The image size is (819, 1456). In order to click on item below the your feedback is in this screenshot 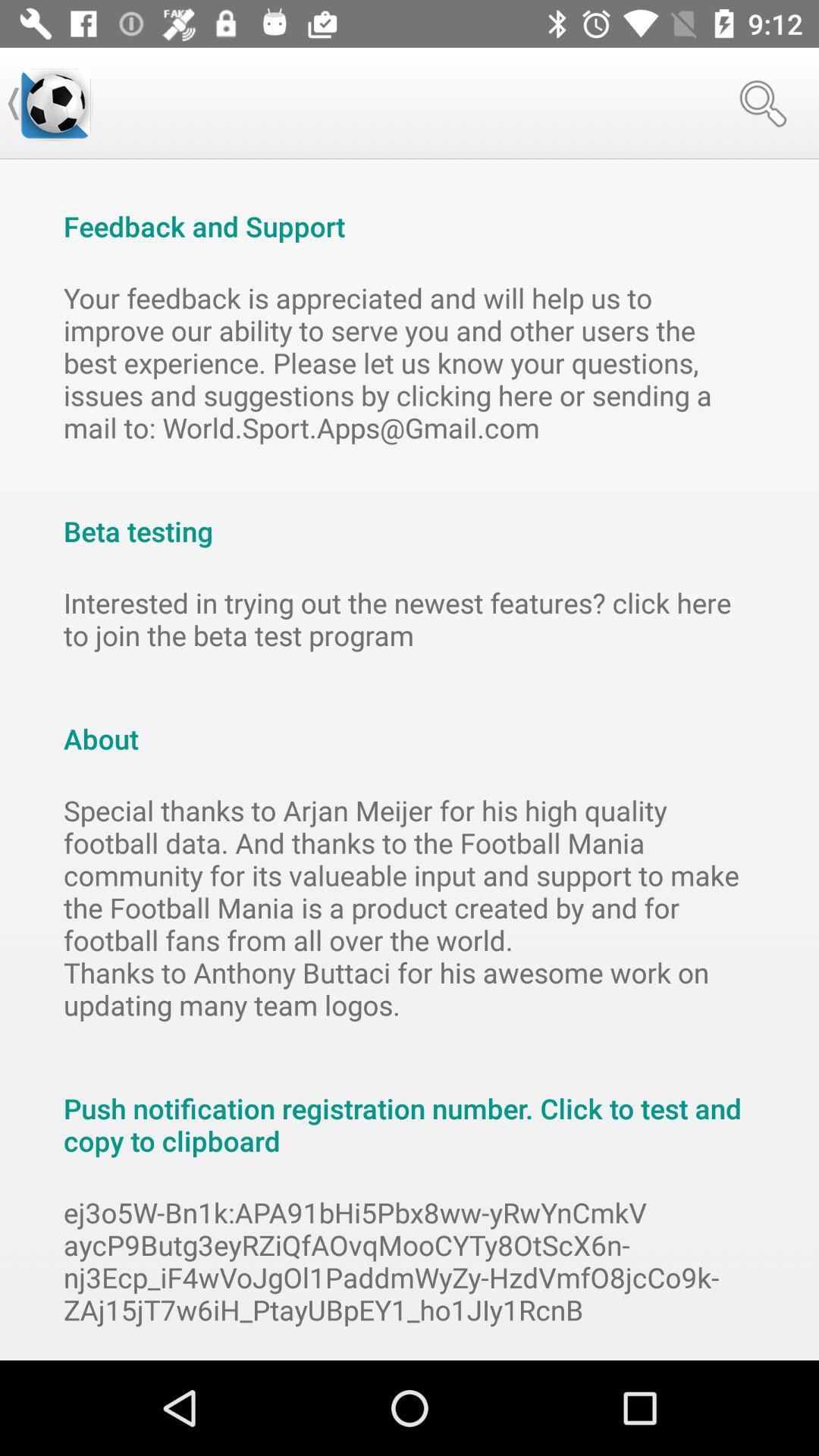, I will do `click(409, 515)`.